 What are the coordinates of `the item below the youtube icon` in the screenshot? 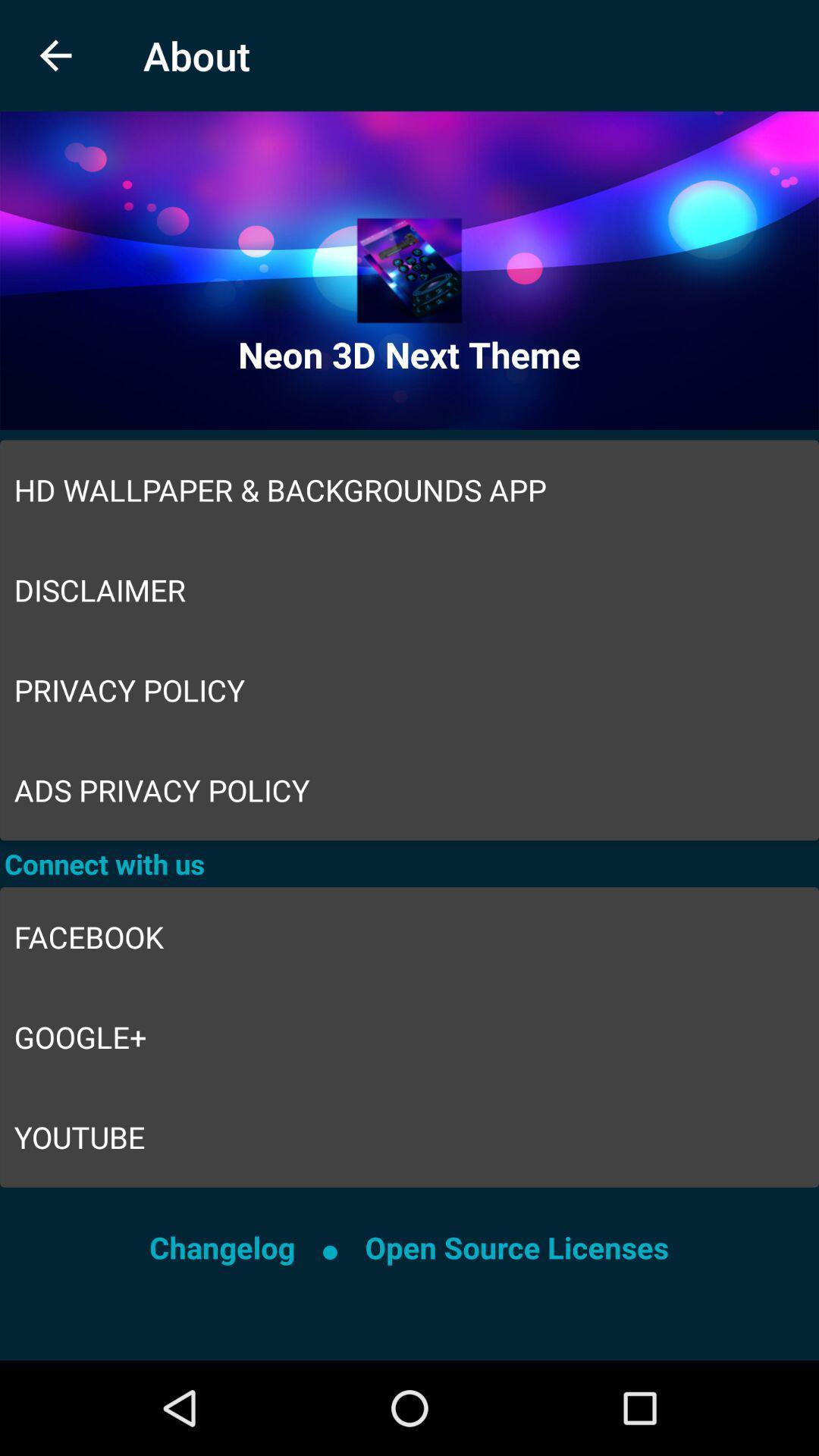 It's located at (516, 1247).